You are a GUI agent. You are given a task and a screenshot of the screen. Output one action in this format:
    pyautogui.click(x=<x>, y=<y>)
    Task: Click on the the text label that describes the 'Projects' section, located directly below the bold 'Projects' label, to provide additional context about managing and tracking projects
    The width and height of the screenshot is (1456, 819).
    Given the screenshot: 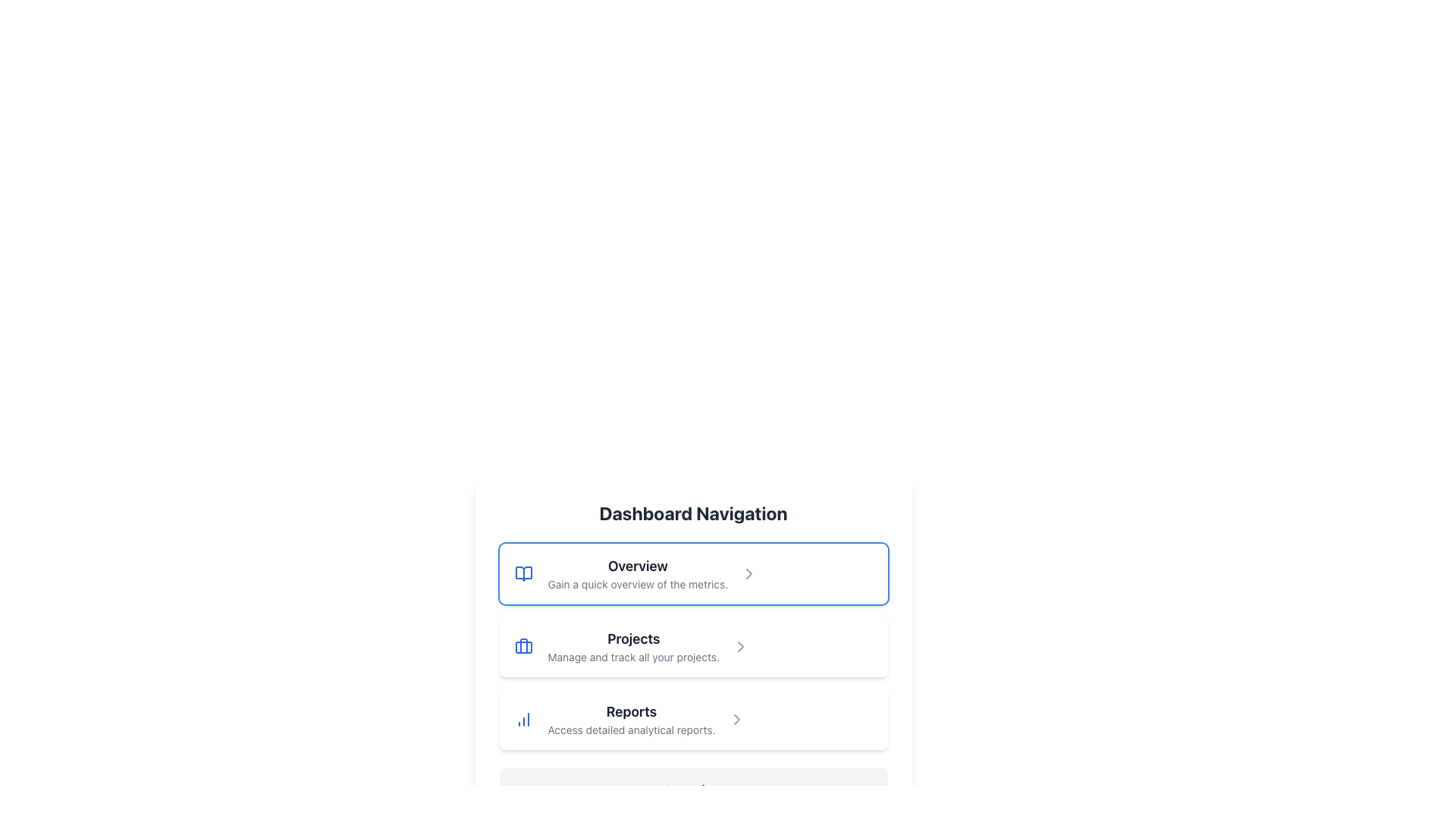 What is the action you would take?
    pyautogui.click(x=633, y=657)
    